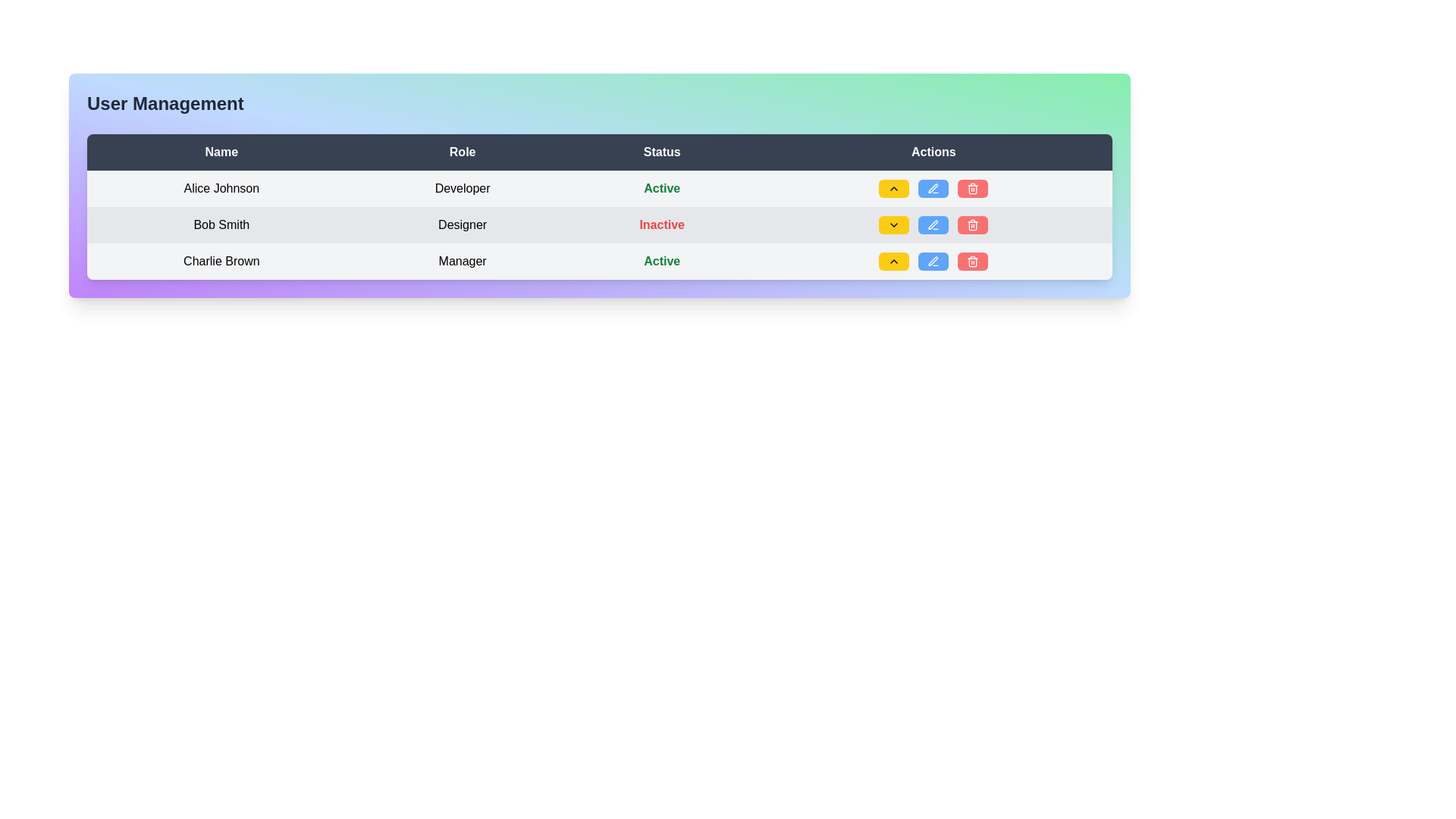  What do you see at coordinates (462, 152) in the screenshot?
I see `the Table Header Cell labeled 'Role', which is the second cell in the header row of a 4-column table, featuring a dark gray background and white text` at bounding box center [462, 152].